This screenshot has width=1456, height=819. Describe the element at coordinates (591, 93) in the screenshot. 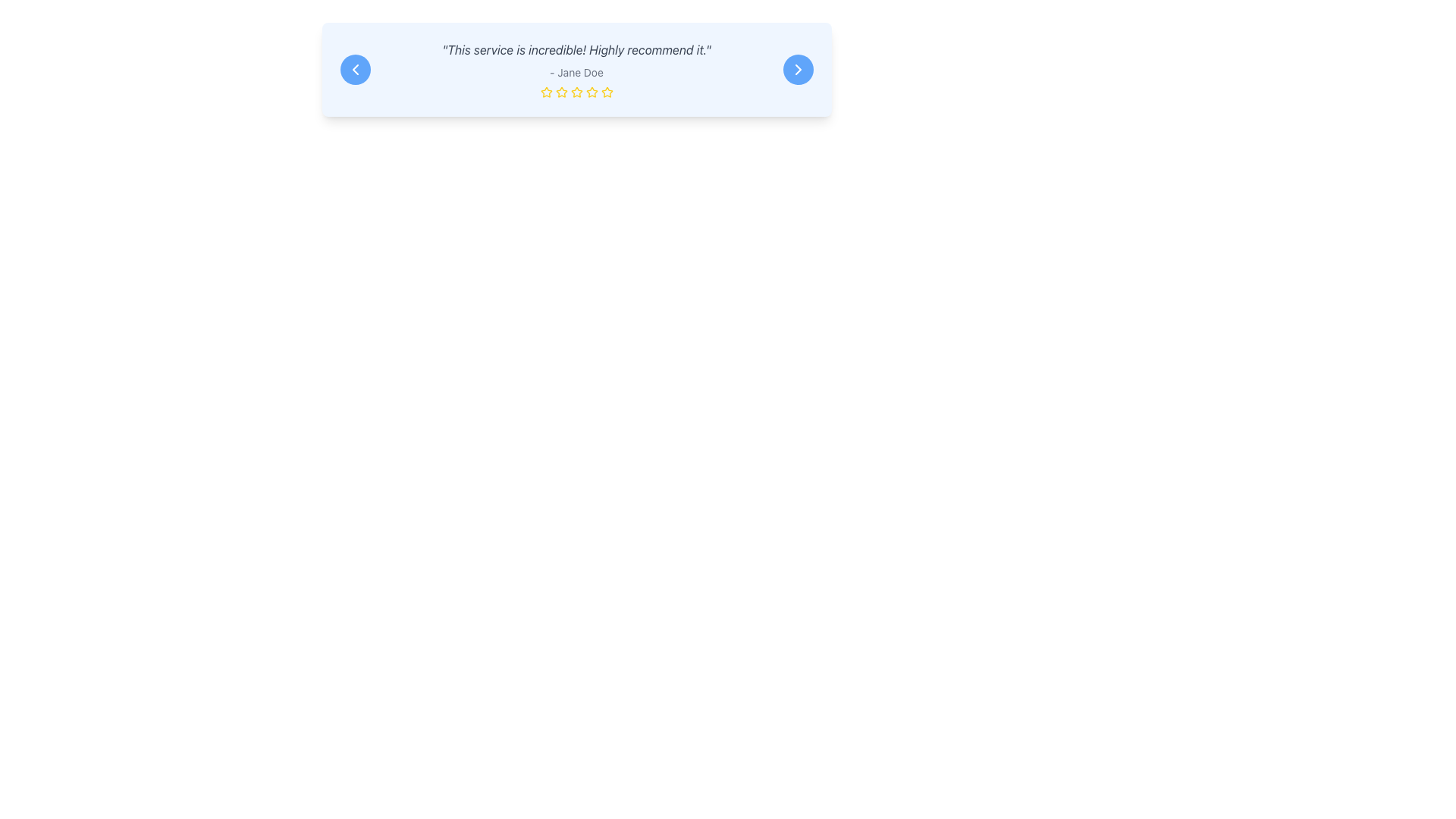

I see `the sixth star-shaped icon in a horizontal sequence of ten stars, styled with a yellow border, located at the bottom of a testimonial card for a rating system` at that location.